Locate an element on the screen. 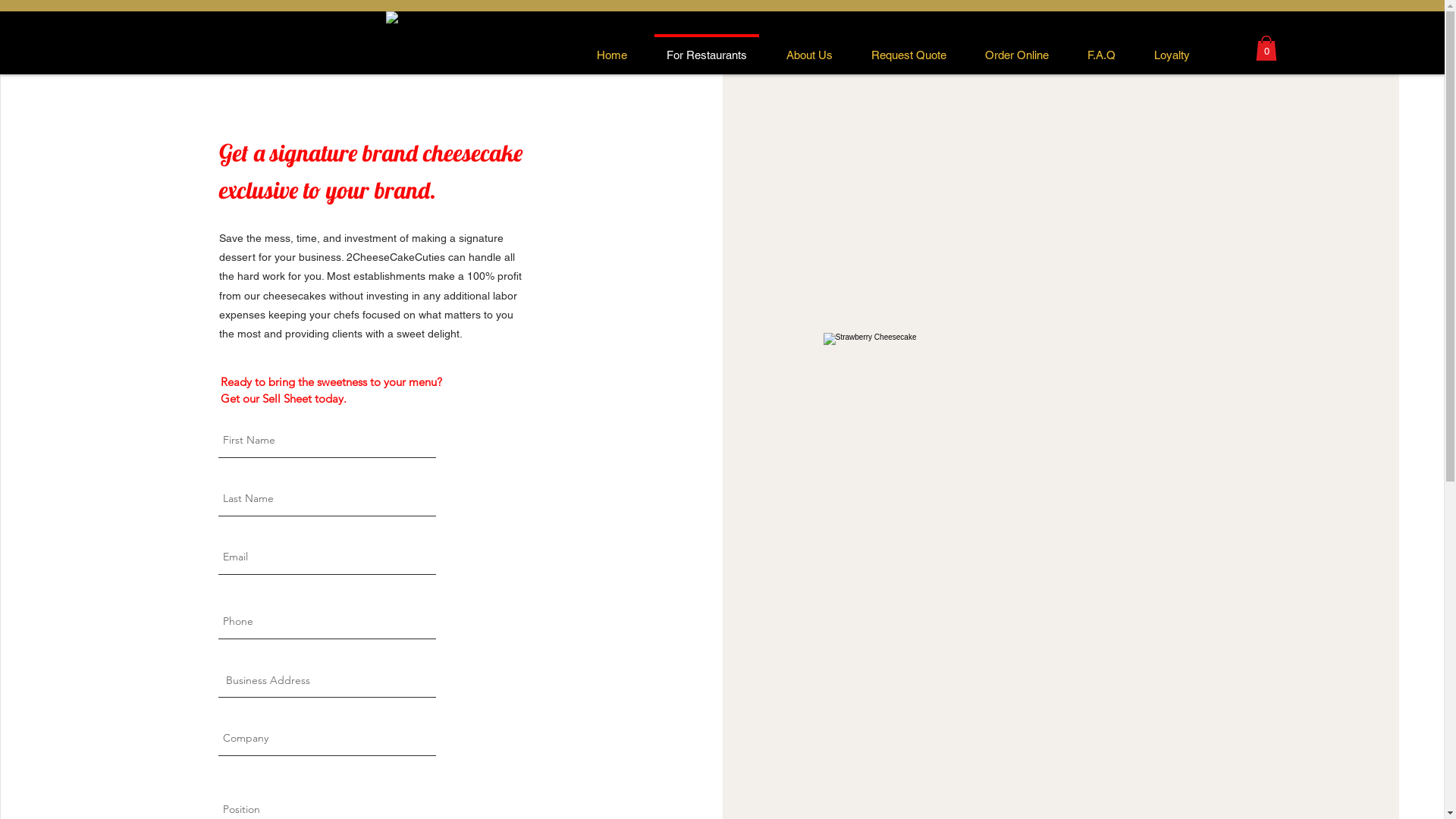 The width and height of the screenshot is (1456, 819). '0' is located at coordinates (1266, 47).